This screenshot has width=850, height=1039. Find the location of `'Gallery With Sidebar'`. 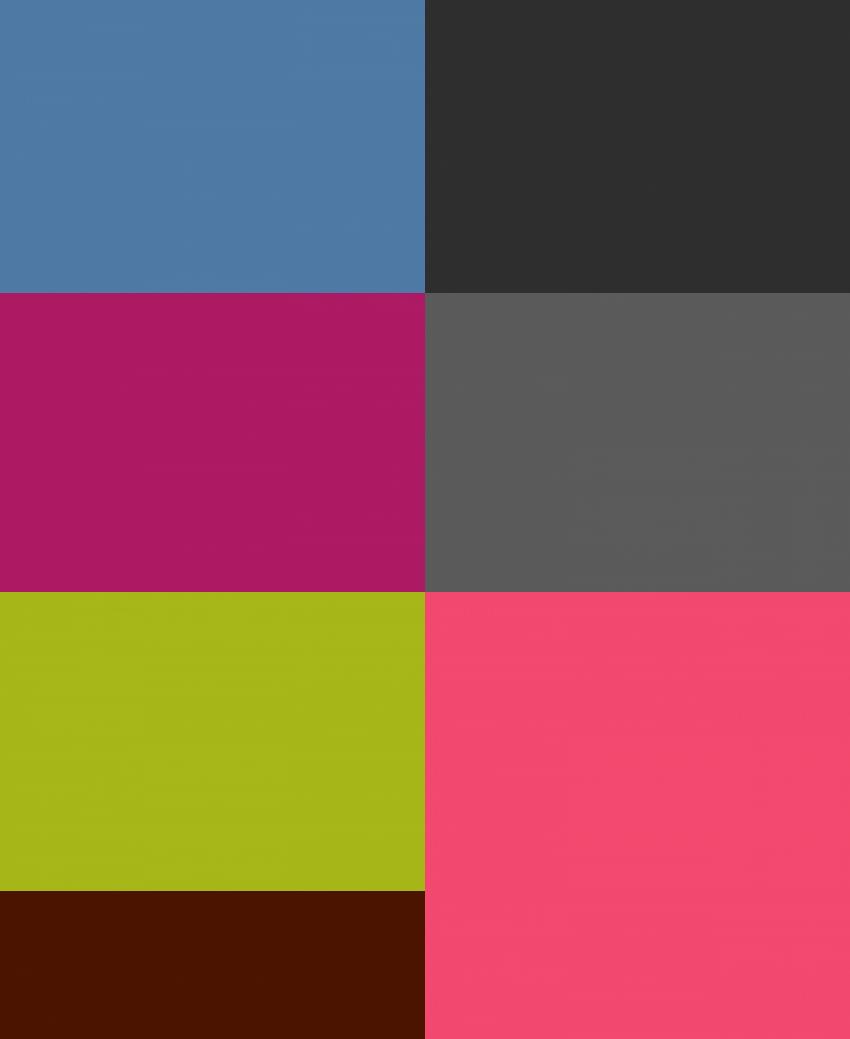

'Gallery With Sidebar' is located at coordinates (134, 740).